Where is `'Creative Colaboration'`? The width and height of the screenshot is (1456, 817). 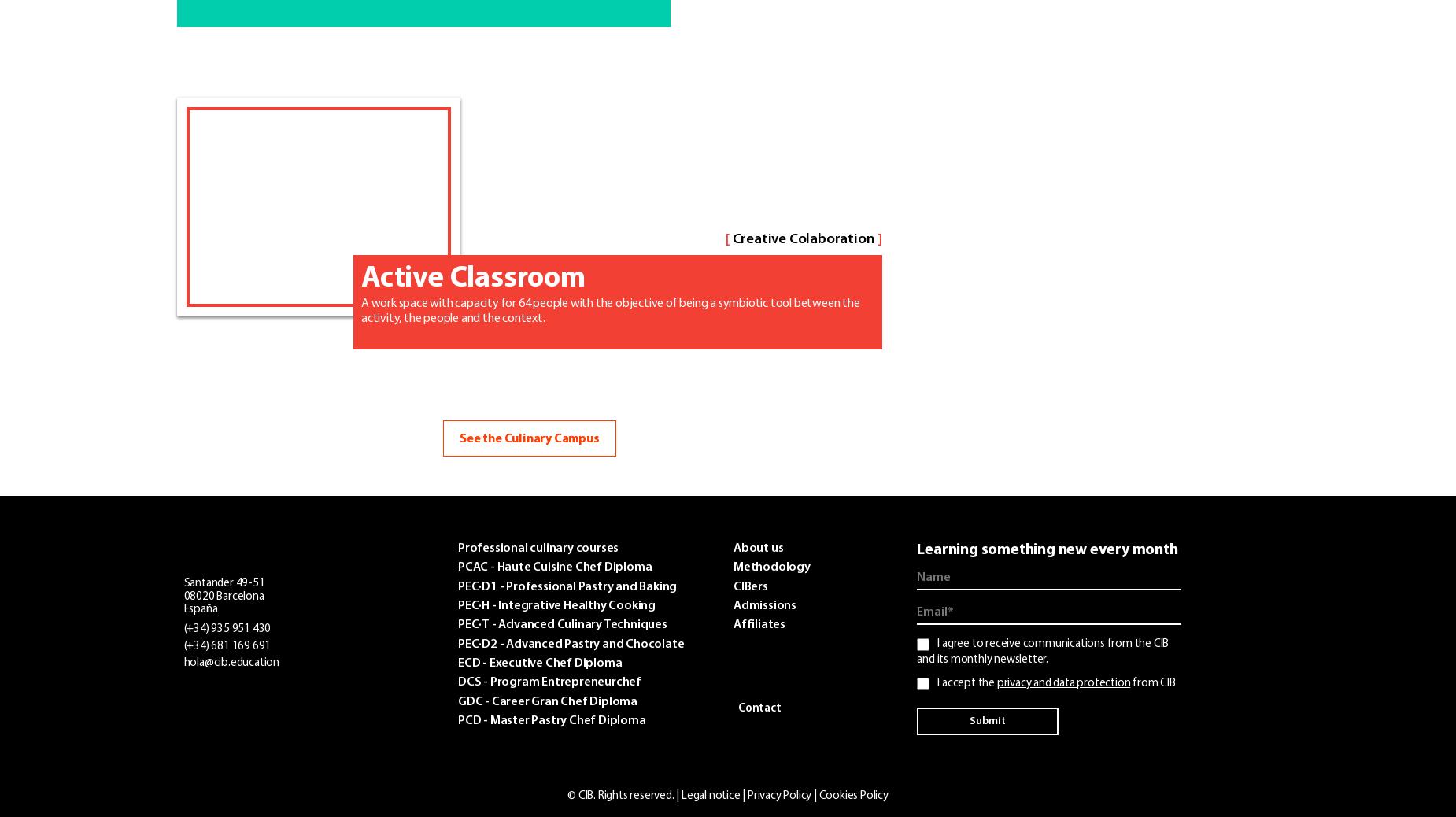
'Creative Colaboration' is located at coordinates (802, 238).